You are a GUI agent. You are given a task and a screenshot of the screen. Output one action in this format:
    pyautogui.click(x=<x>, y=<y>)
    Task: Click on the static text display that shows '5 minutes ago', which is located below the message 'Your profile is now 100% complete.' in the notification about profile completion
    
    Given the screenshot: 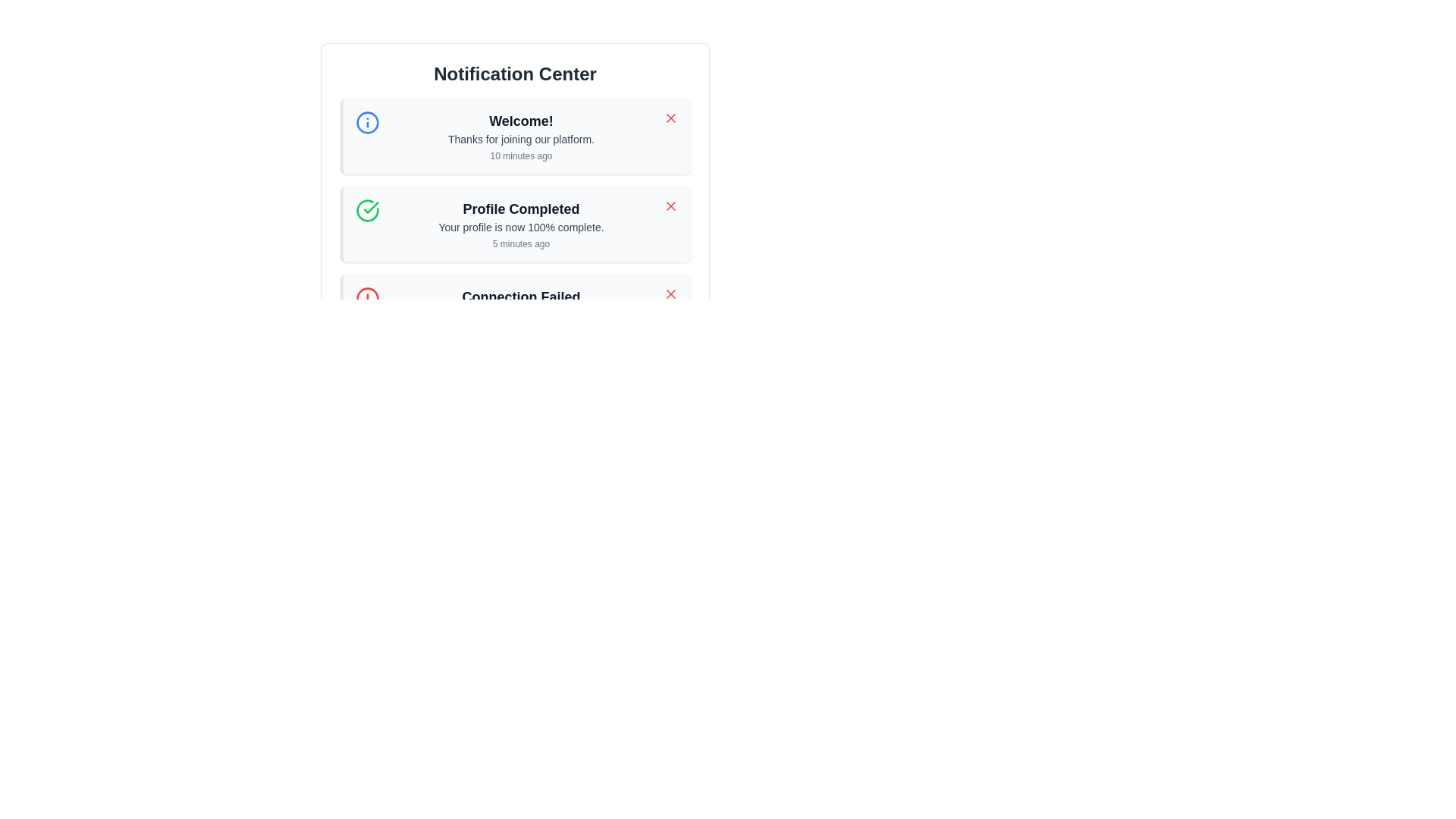 What is the action you would take?
    pyautogui.click(x=521, y=243)
    